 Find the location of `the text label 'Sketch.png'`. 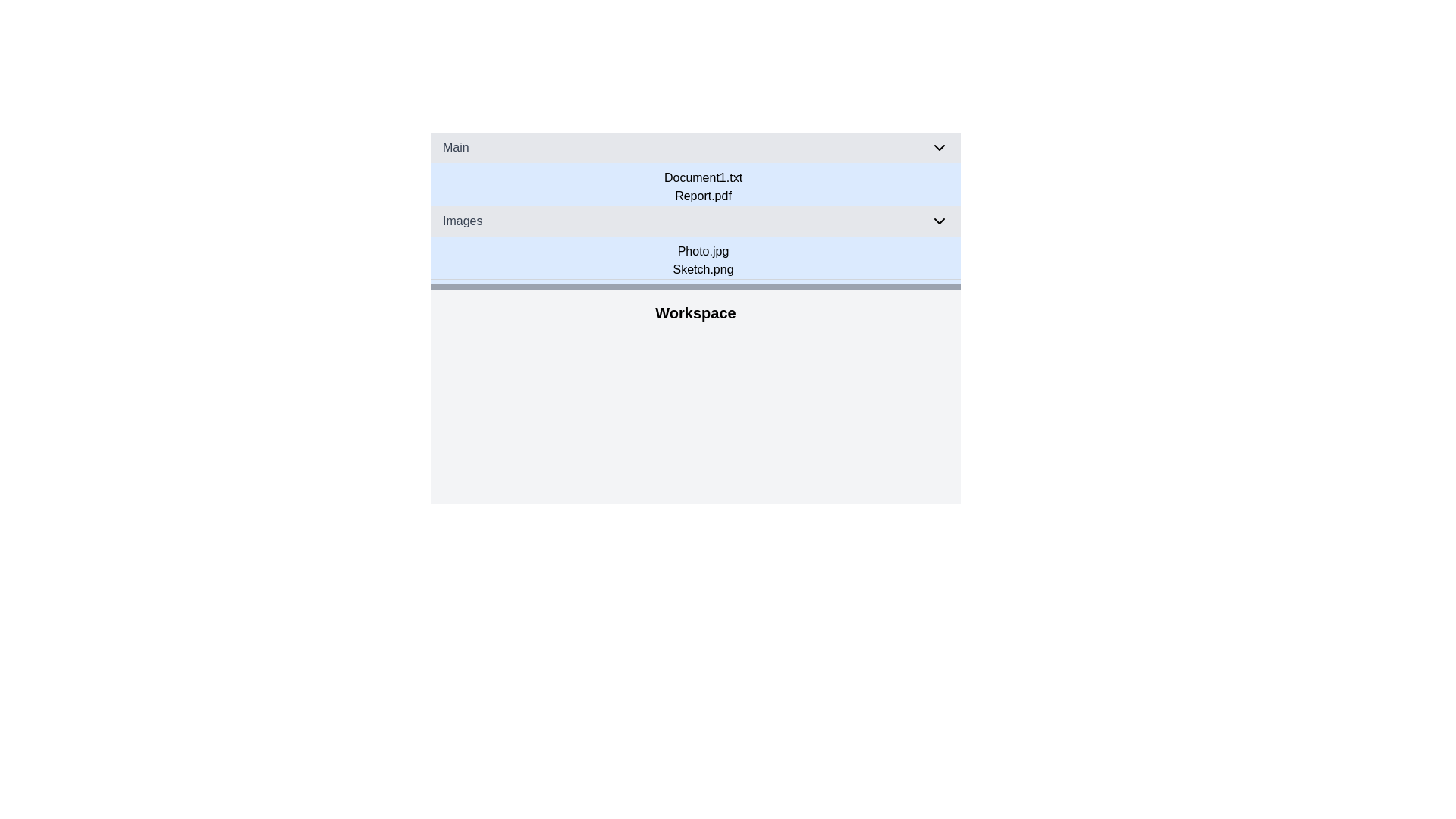

the text label 'Sketch.png' is located at coordinates (702, 268).